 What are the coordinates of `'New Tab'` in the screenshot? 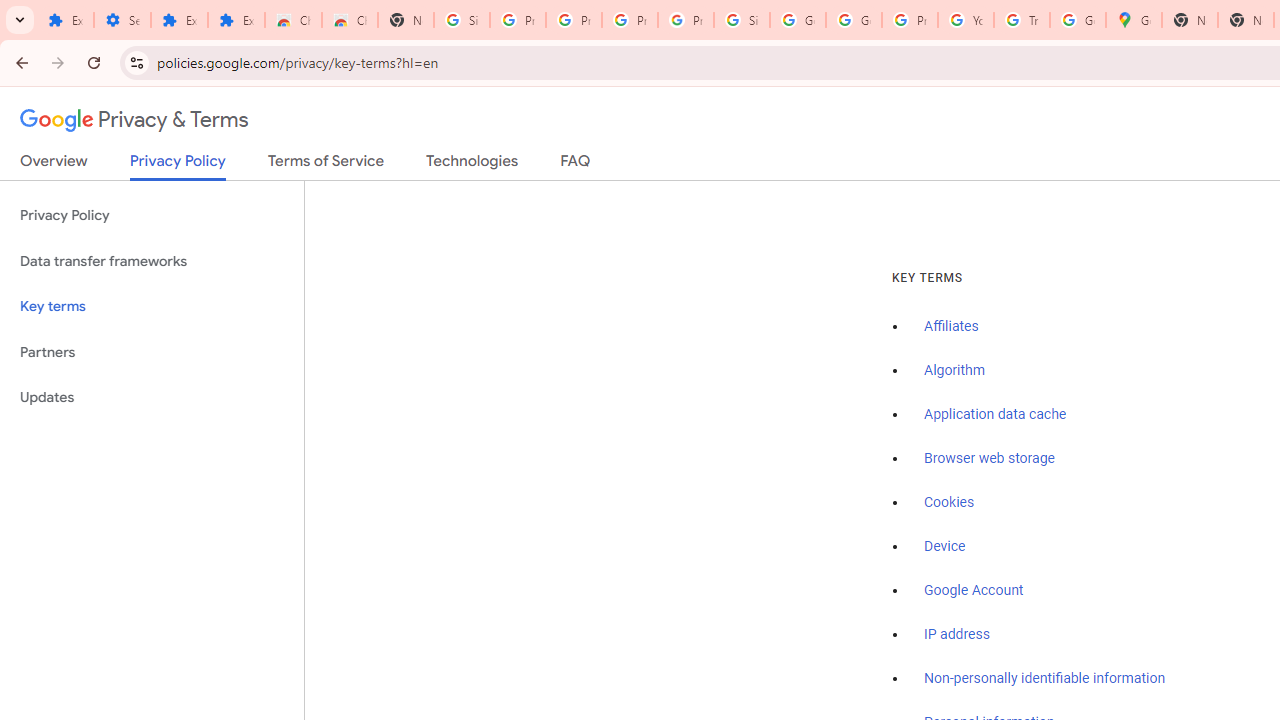 It's located at (404, 20).